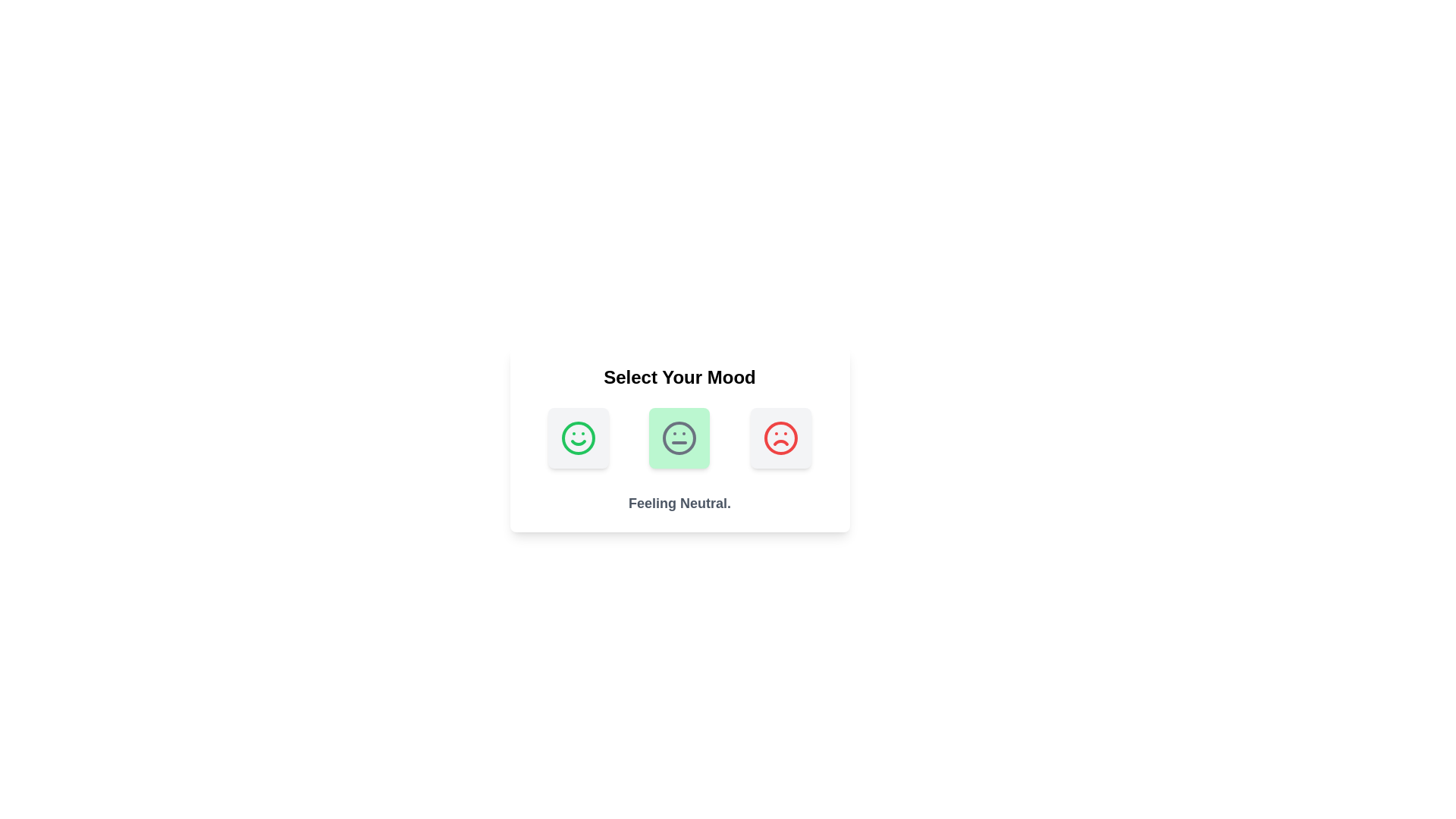  Describe the element at coordinates (780, 438) in the screenshot. I see `the rightmost icon representing a negative or unhappy emotion` at that location.